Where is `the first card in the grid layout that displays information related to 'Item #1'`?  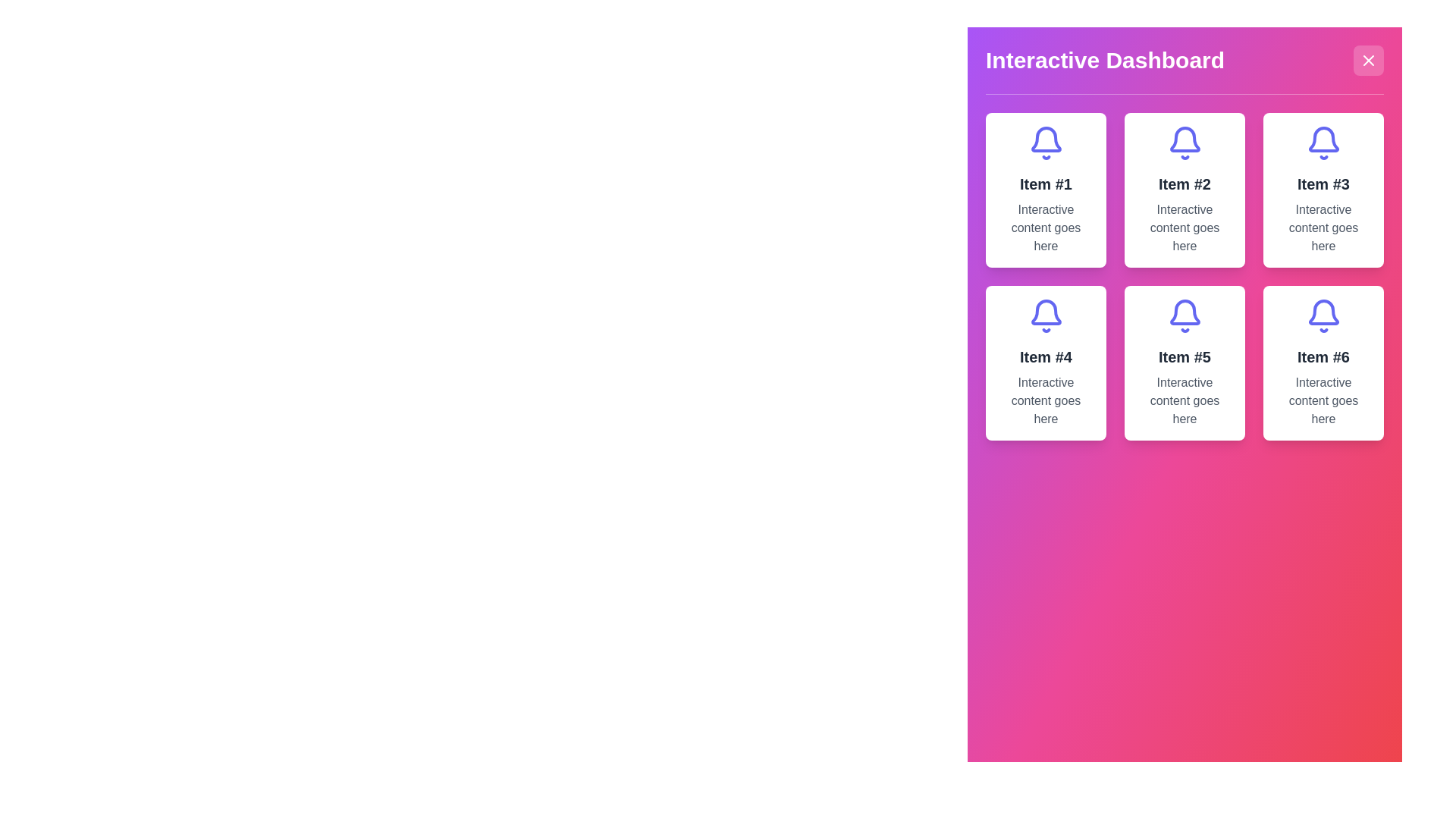 the first card in the grid layout that displays information related to 'Item #1' is located at coordinates (1045, 189).